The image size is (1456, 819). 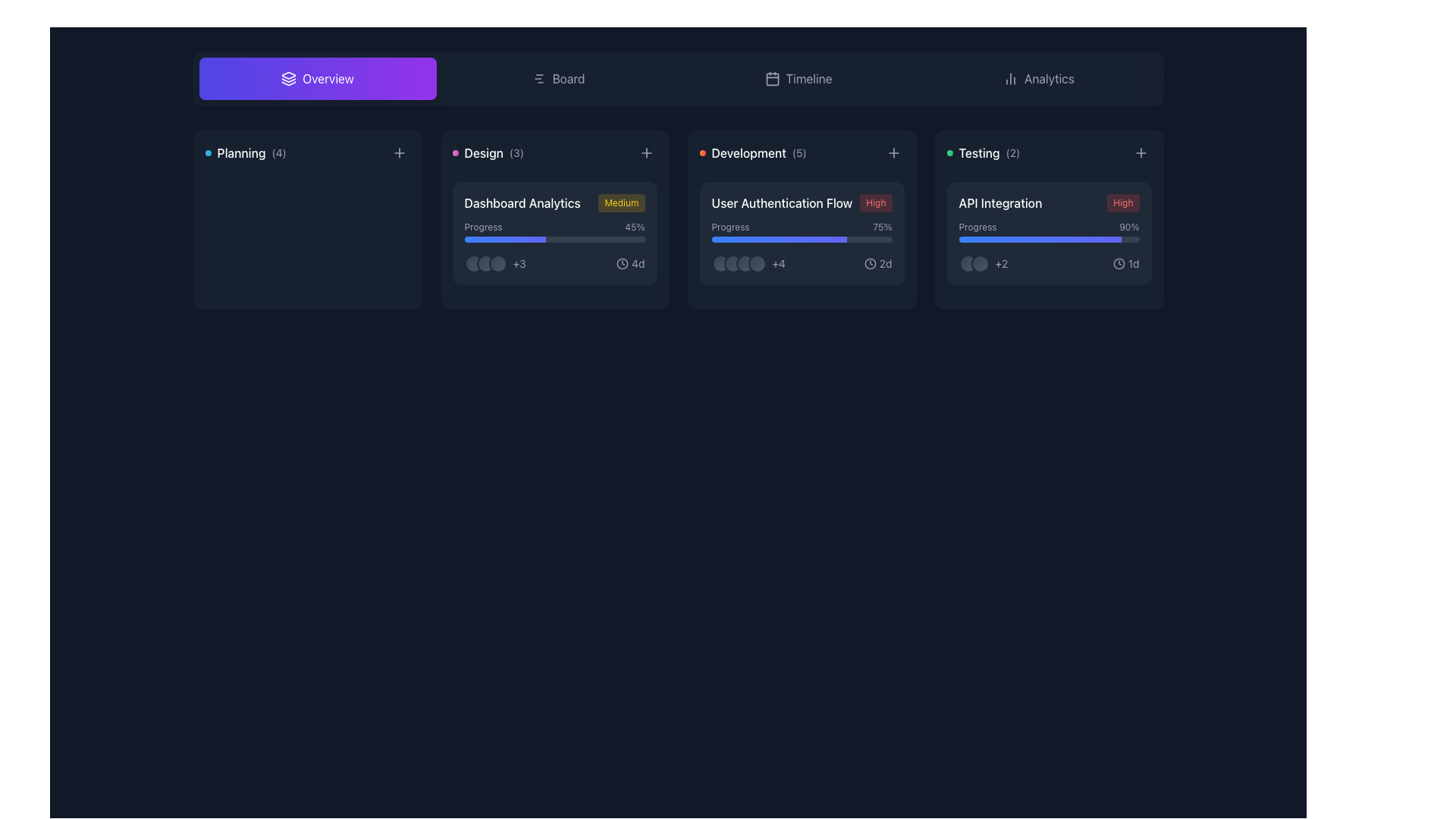 I want to click on the second circular avatar indicator located under the 'User Authentication Flow' progress bar in the development section, so click(x=733, y=262).